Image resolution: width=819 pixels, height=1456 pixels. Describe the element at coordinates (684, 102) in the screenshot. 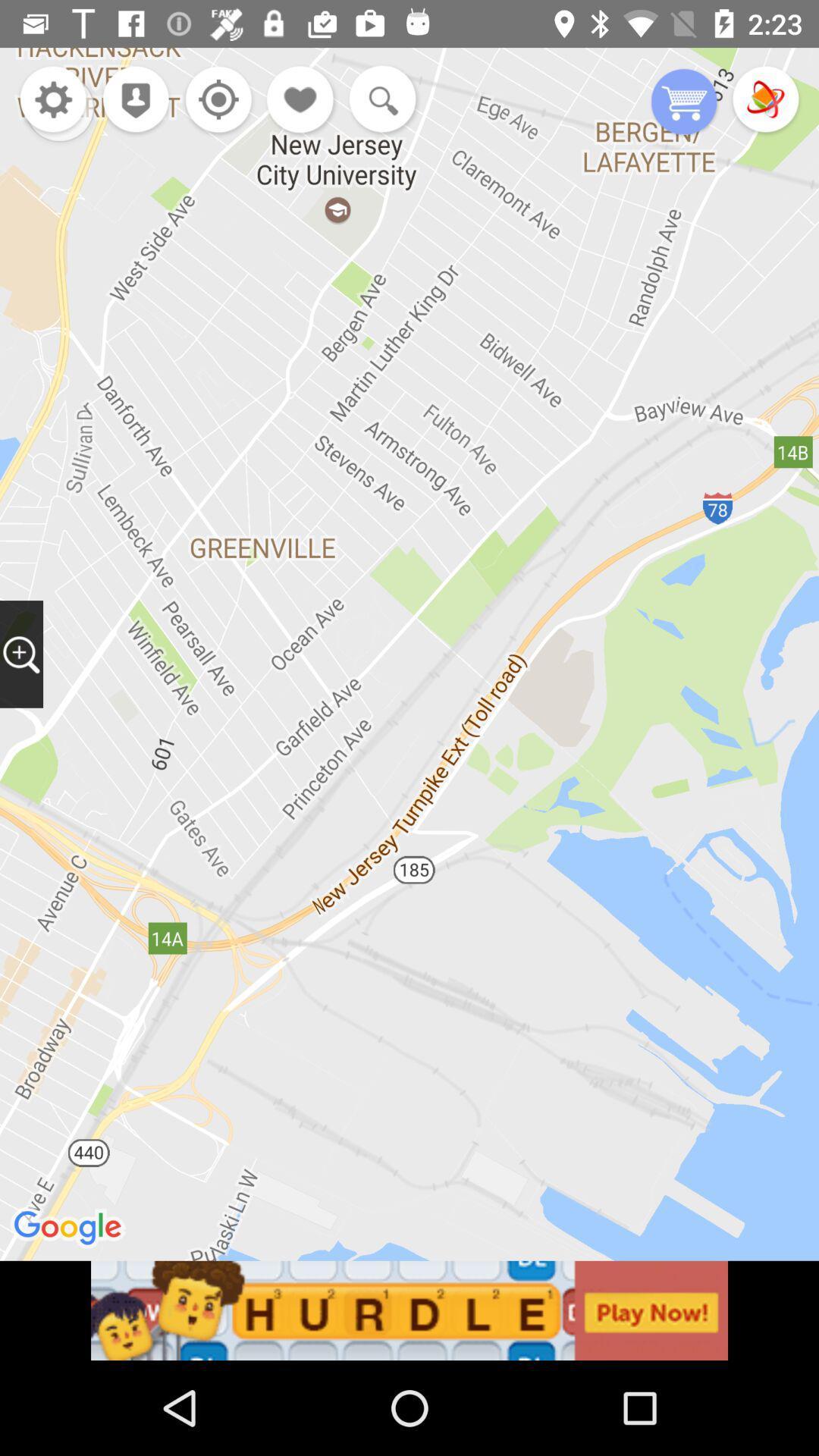

I see `groceries` at that location.